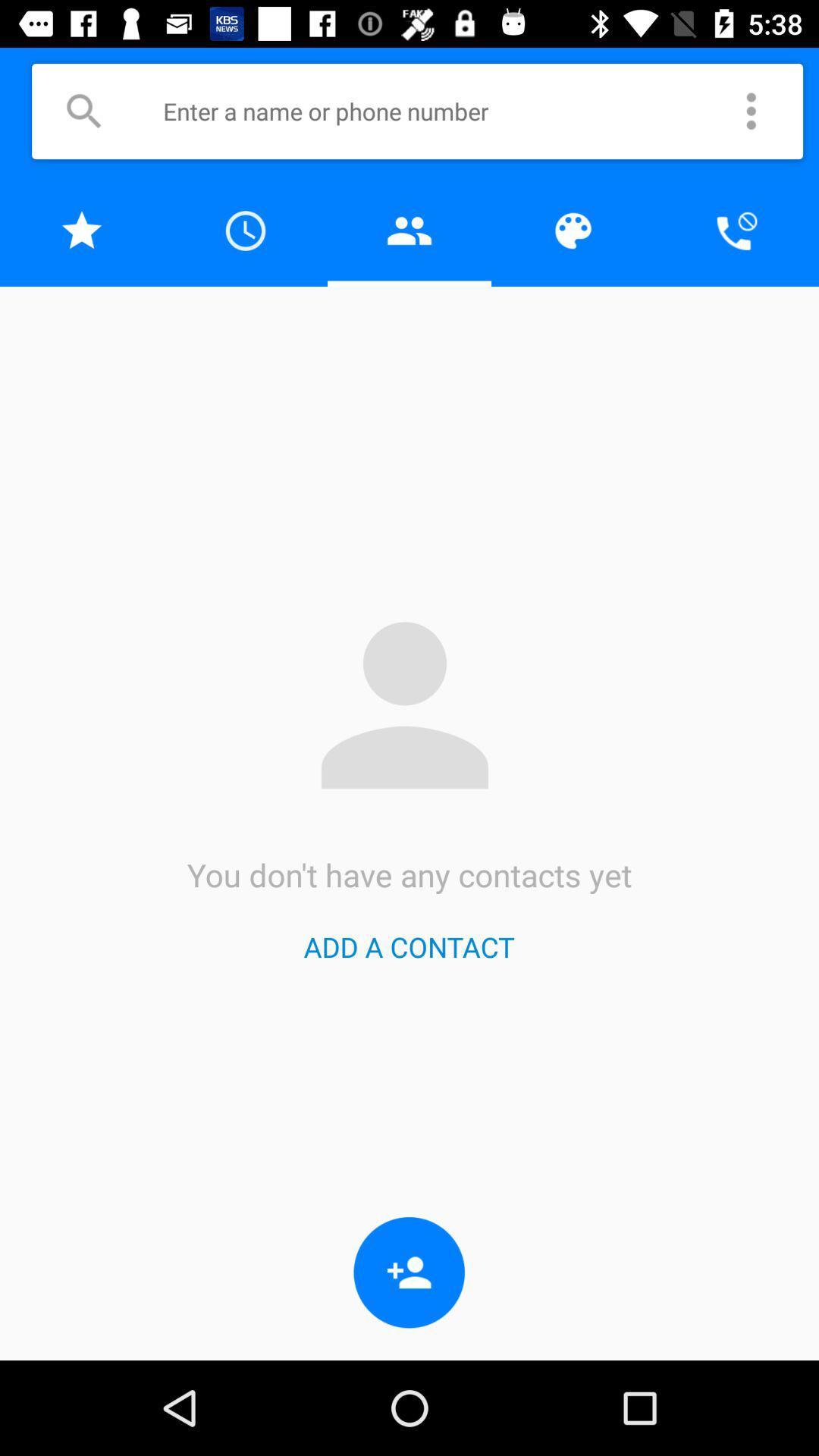 The height and width of the screenshot is (1456, 819). Describe the element at coordinates (409, 230) in the screenshot. I see `talvez seja somente um problema` at that location.